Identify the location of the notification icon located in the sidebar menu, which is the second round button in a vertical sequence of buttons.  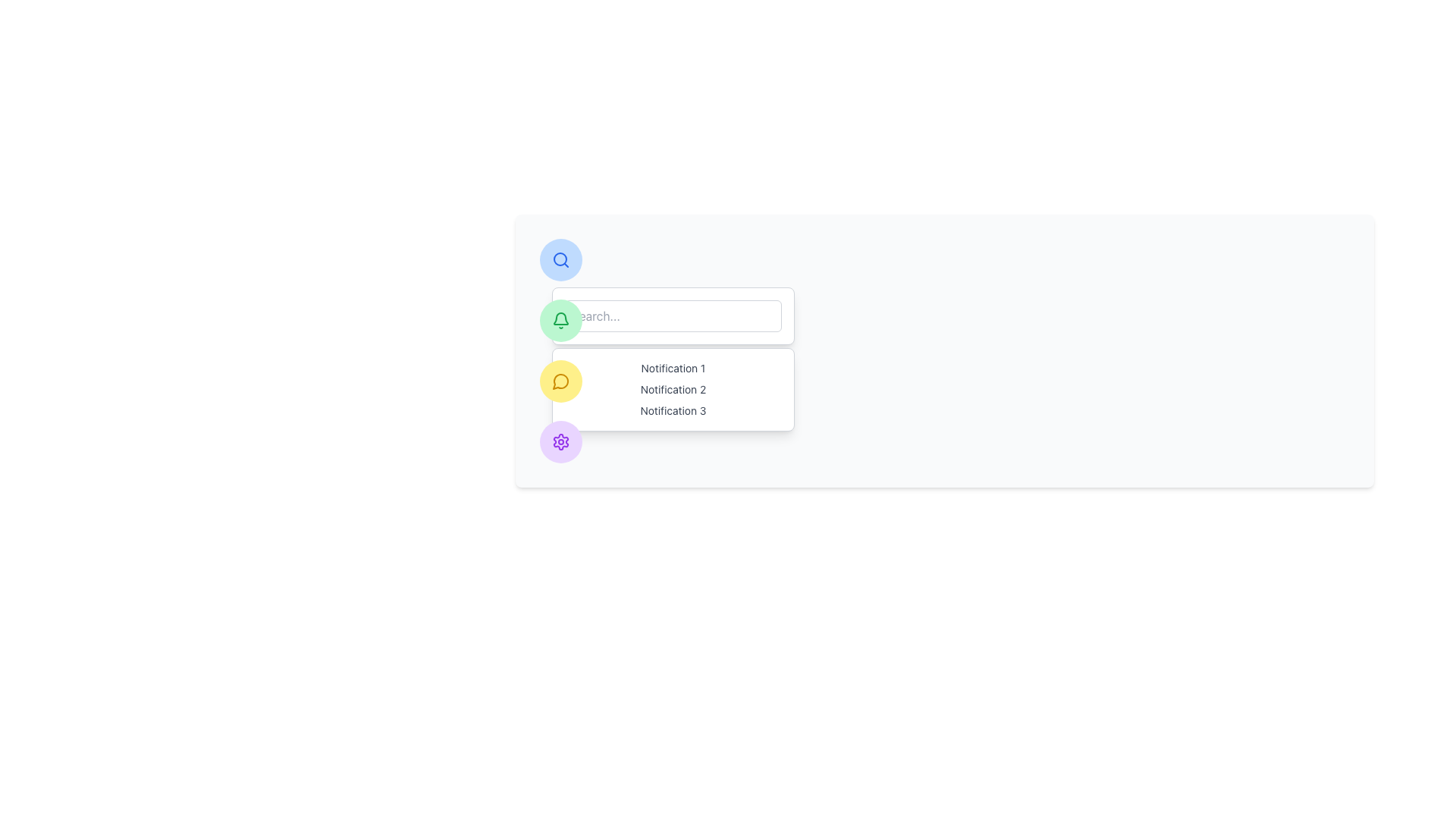
(560, 320).